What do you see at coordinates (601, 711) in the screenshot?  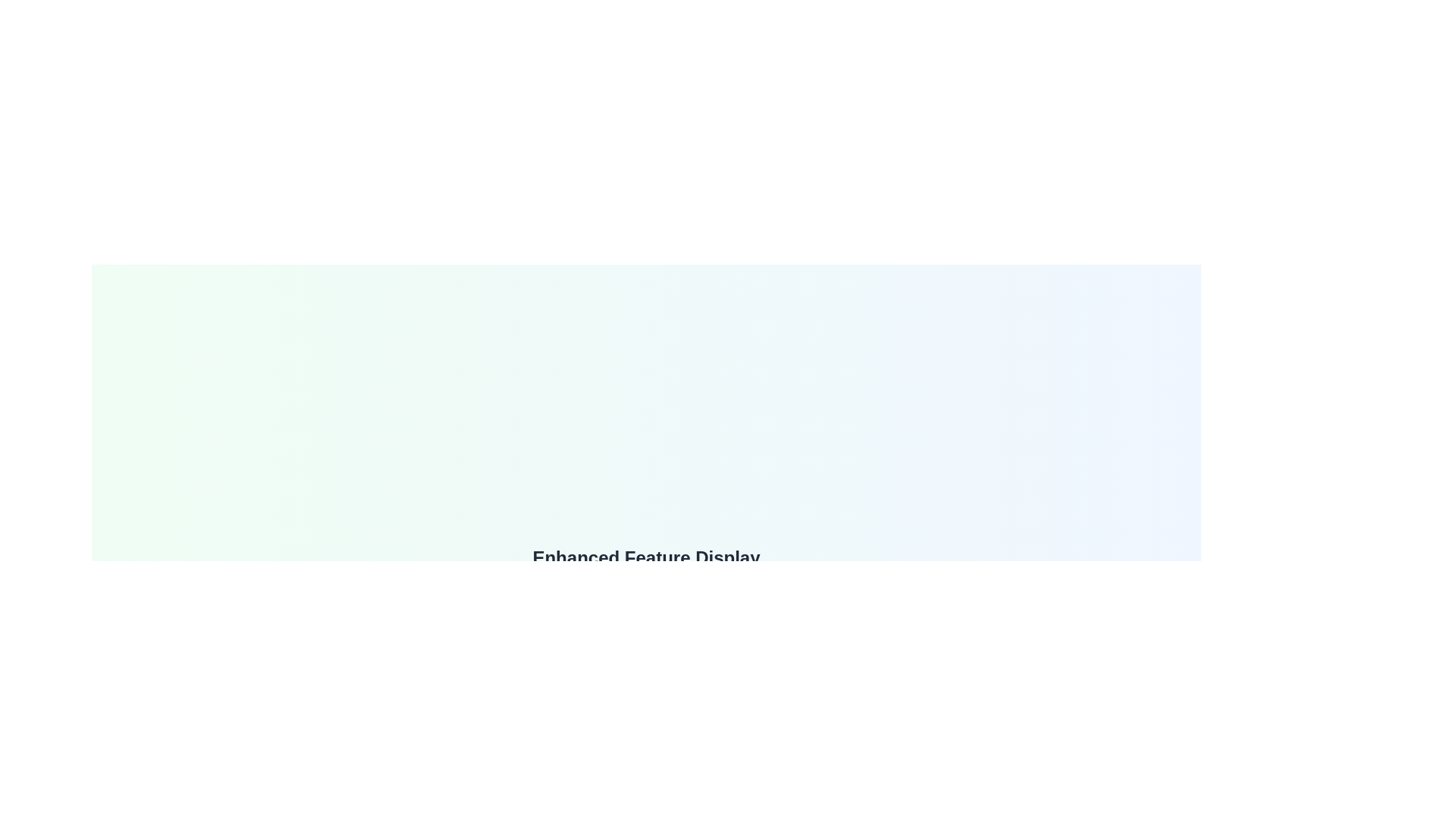 I see `circular SVG element styled with blue accents by opening the developer tools` at bounding box center [601, 711].